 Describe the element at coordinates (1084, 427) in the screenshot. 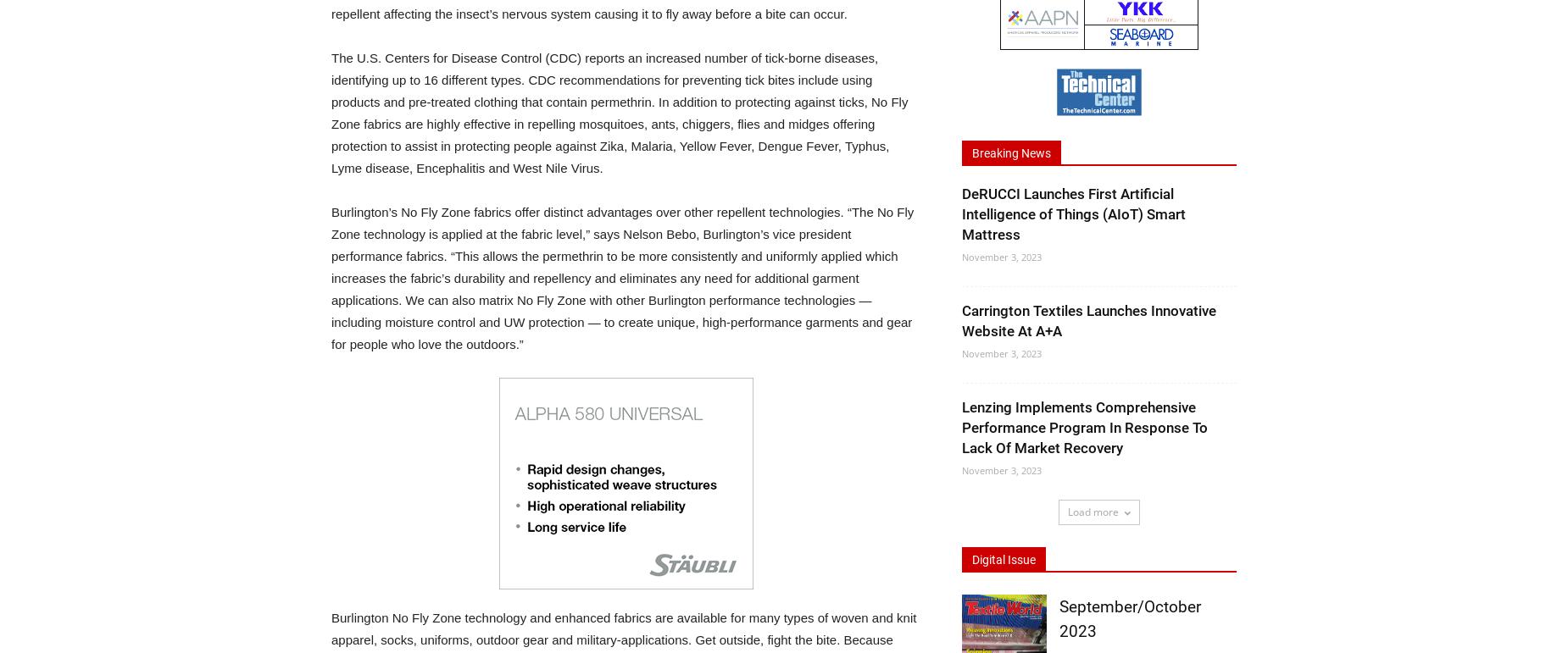

I see `'Lenzing Implements Comprehensive  Performance Program In Response To Lack Of Market Recovery'` at that location.